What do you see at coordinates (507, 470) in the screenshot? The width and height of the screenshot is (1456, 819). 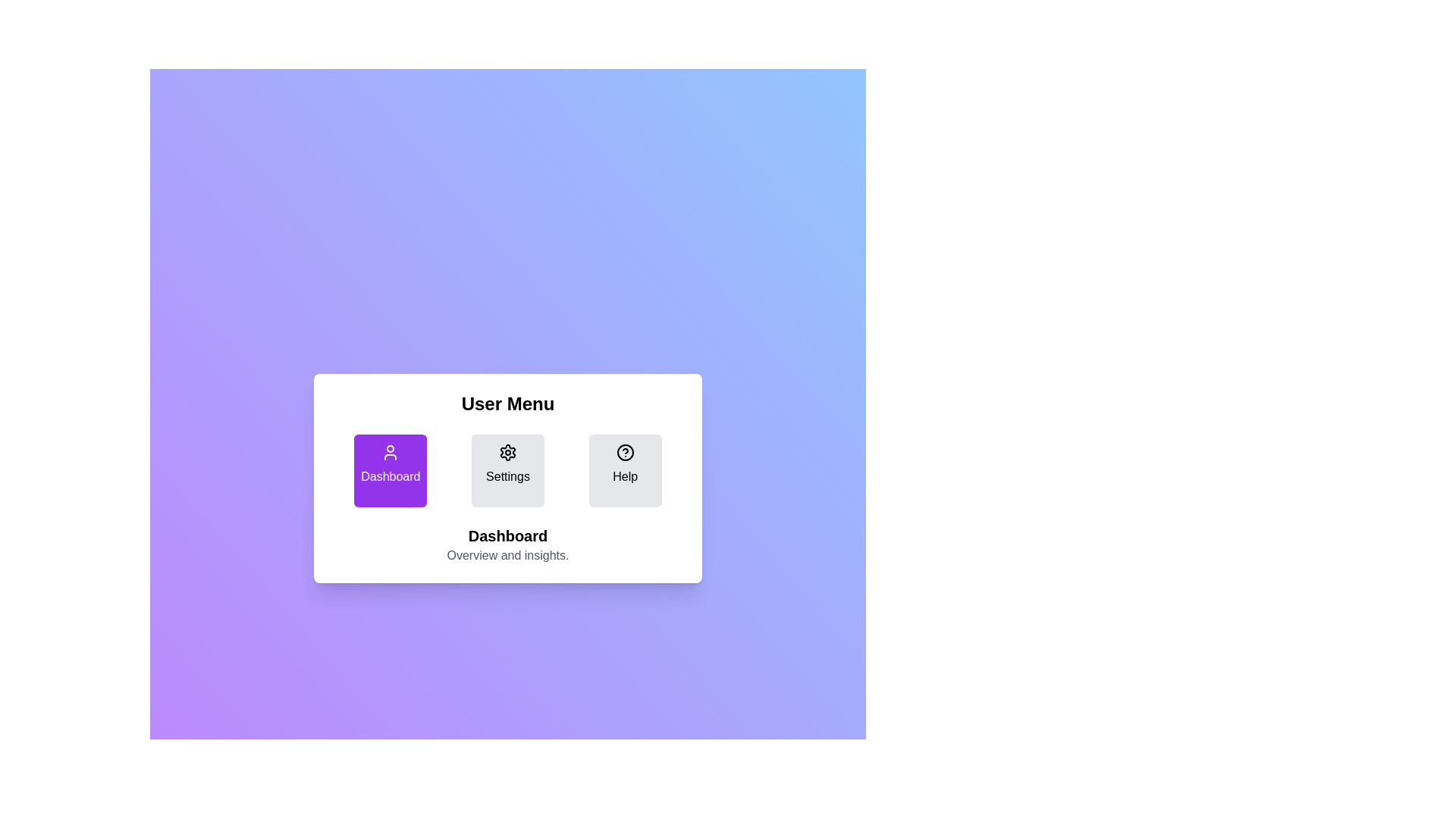 I see `the menu button Settings to observe visual changes` at bounding box center [507, 470].